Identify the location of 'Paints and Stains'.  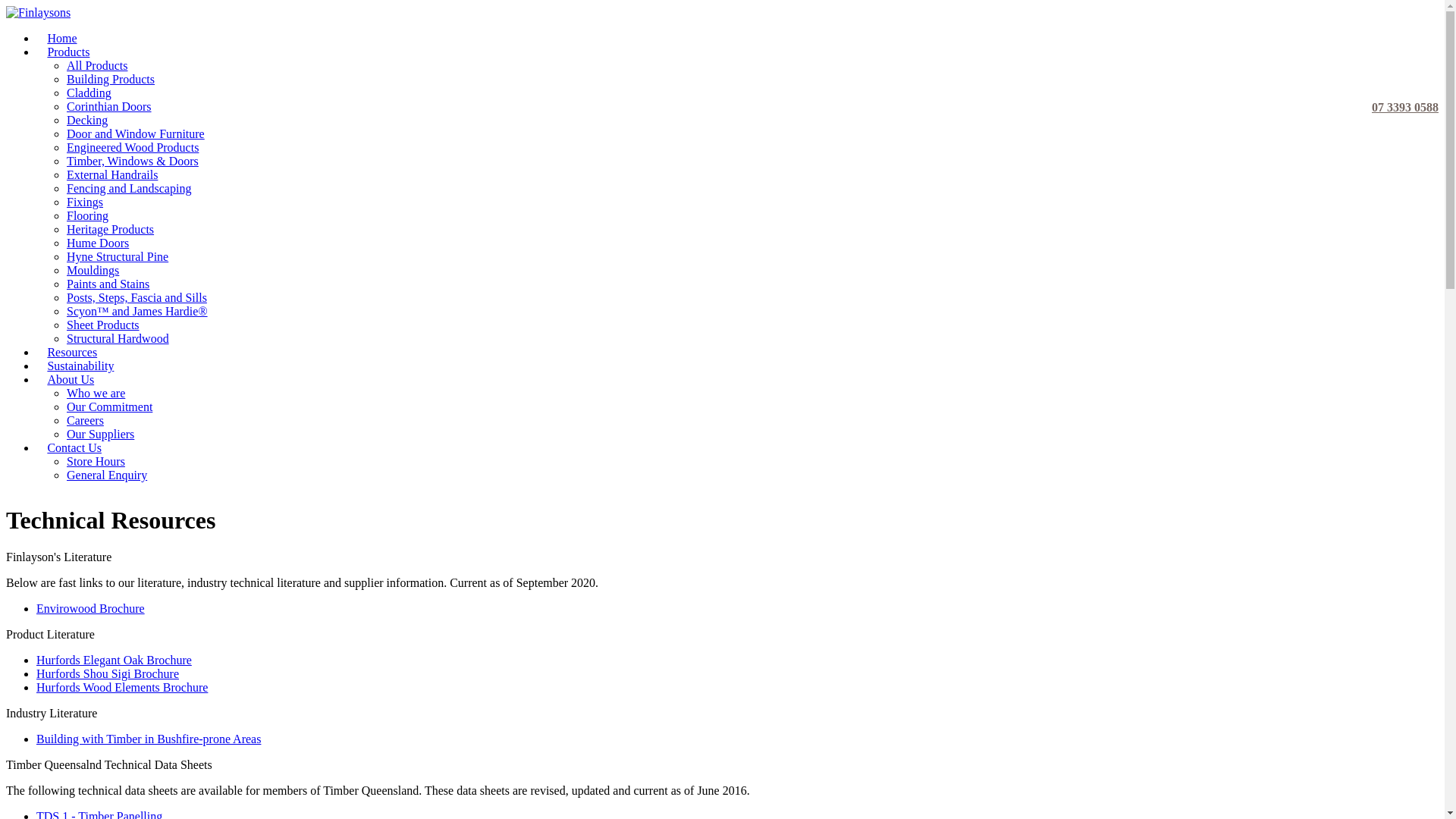
(107, 284).